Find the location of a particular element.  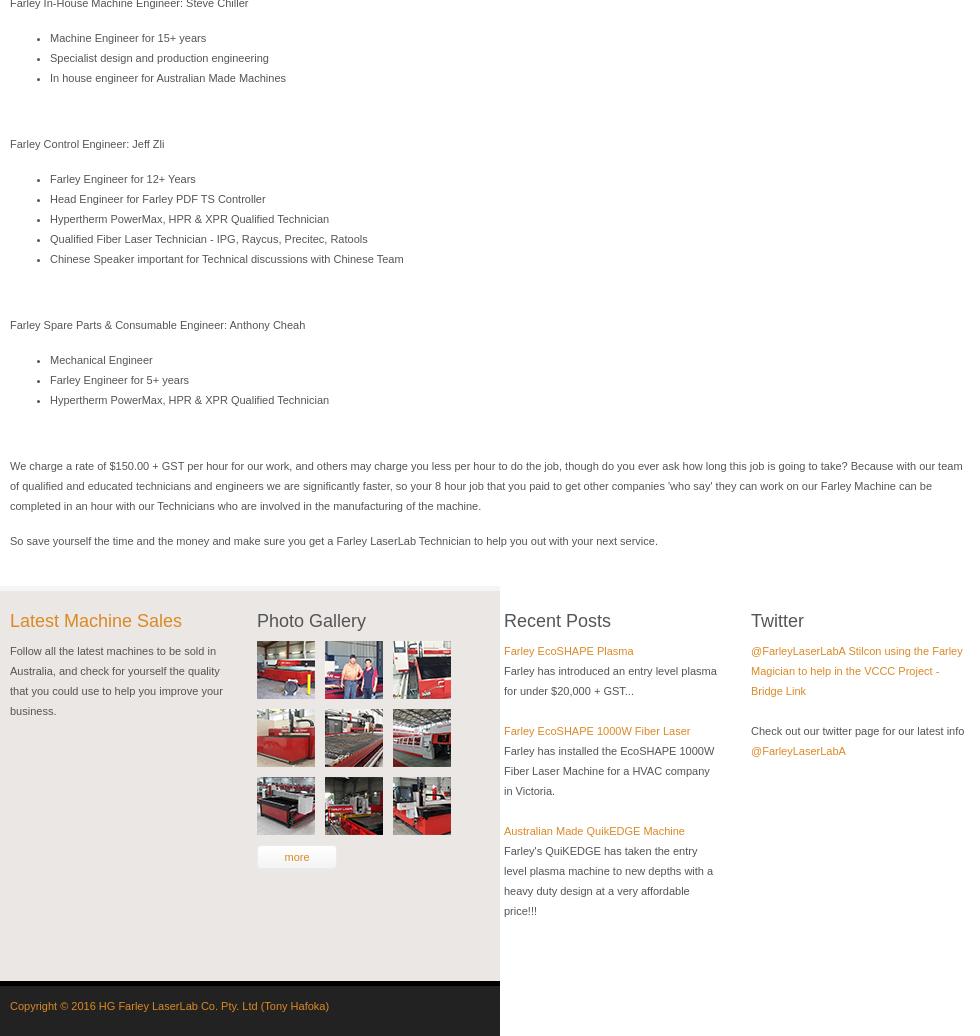

'Farley Engineer for 12+ Years' is located at coordinates (49, 179).